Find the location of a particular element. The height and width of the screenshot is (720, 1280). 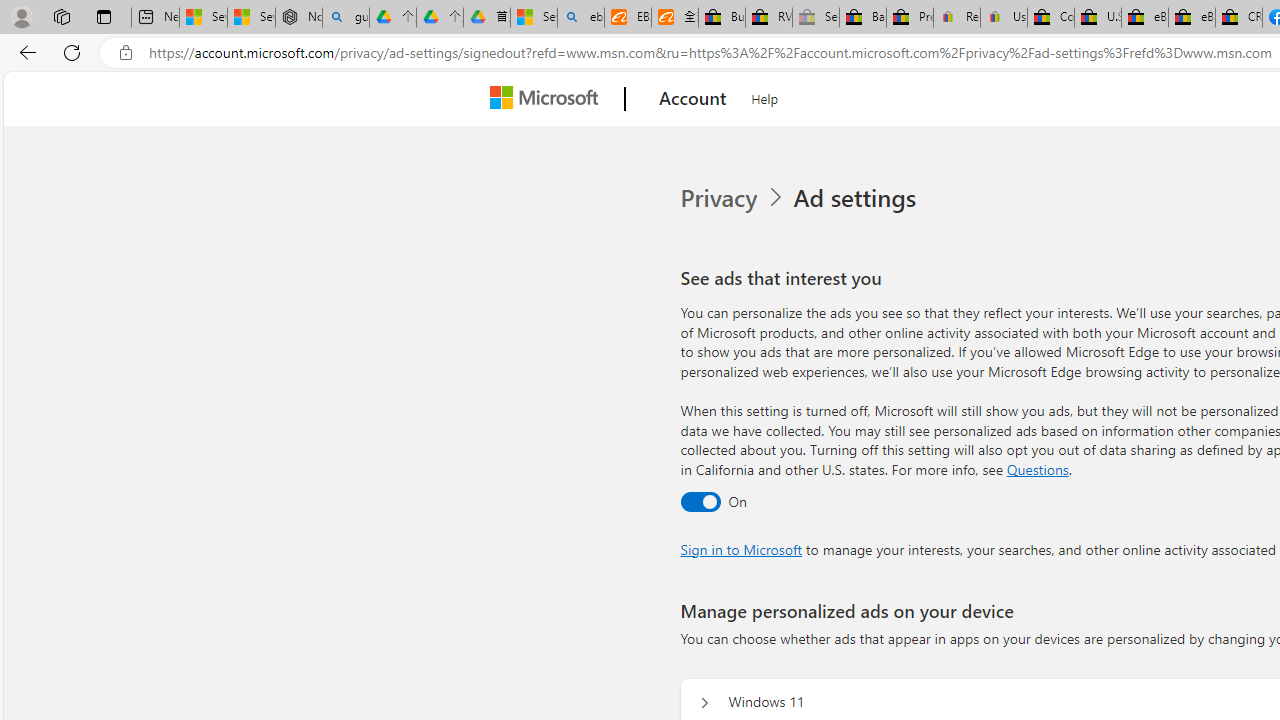

'Baby Keepsakes & Announcements for sale | eBay' is located at coordinates (862, 17).